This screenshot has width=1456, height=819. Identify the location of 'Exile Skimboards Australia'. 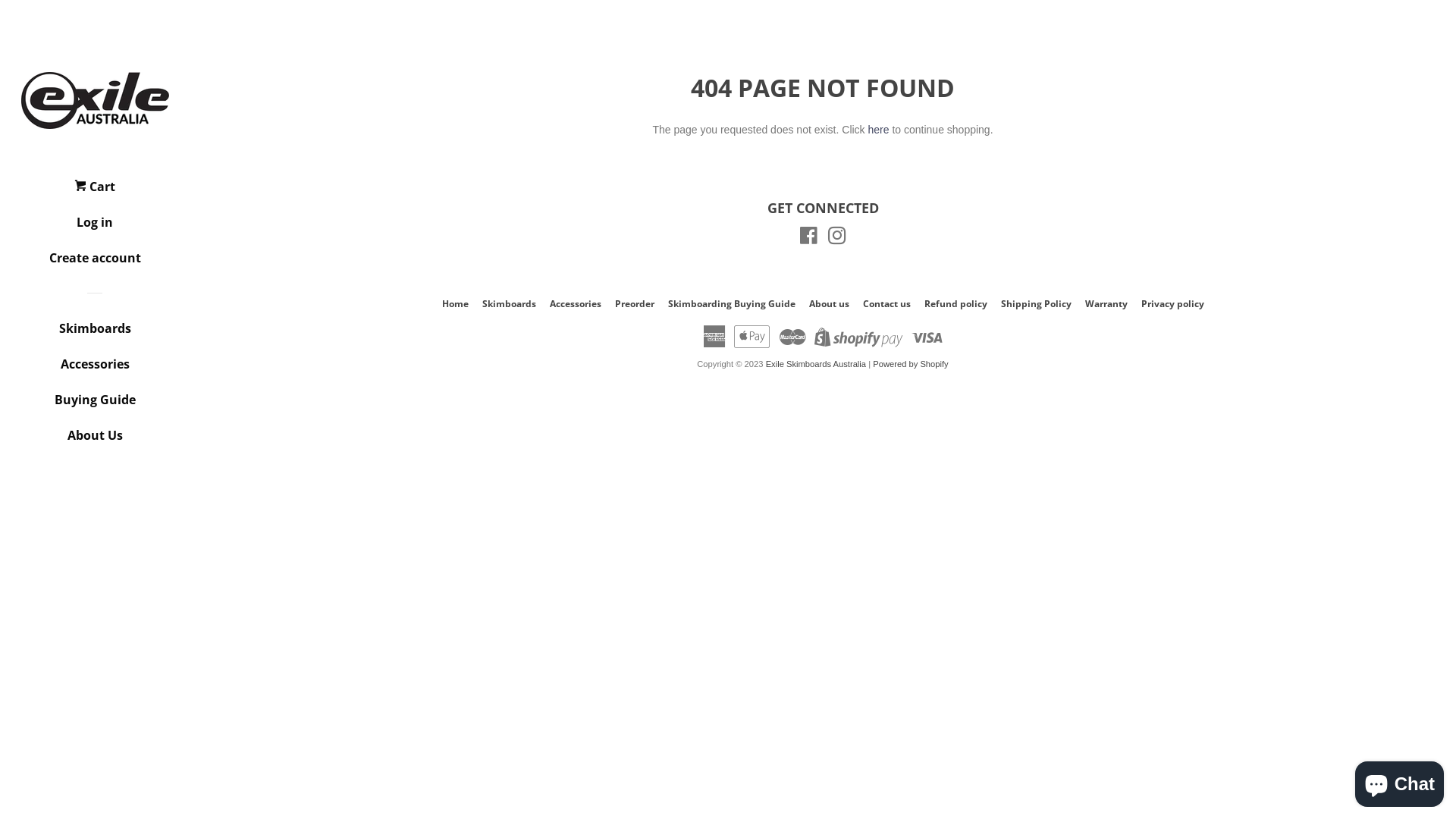
(814, 363).